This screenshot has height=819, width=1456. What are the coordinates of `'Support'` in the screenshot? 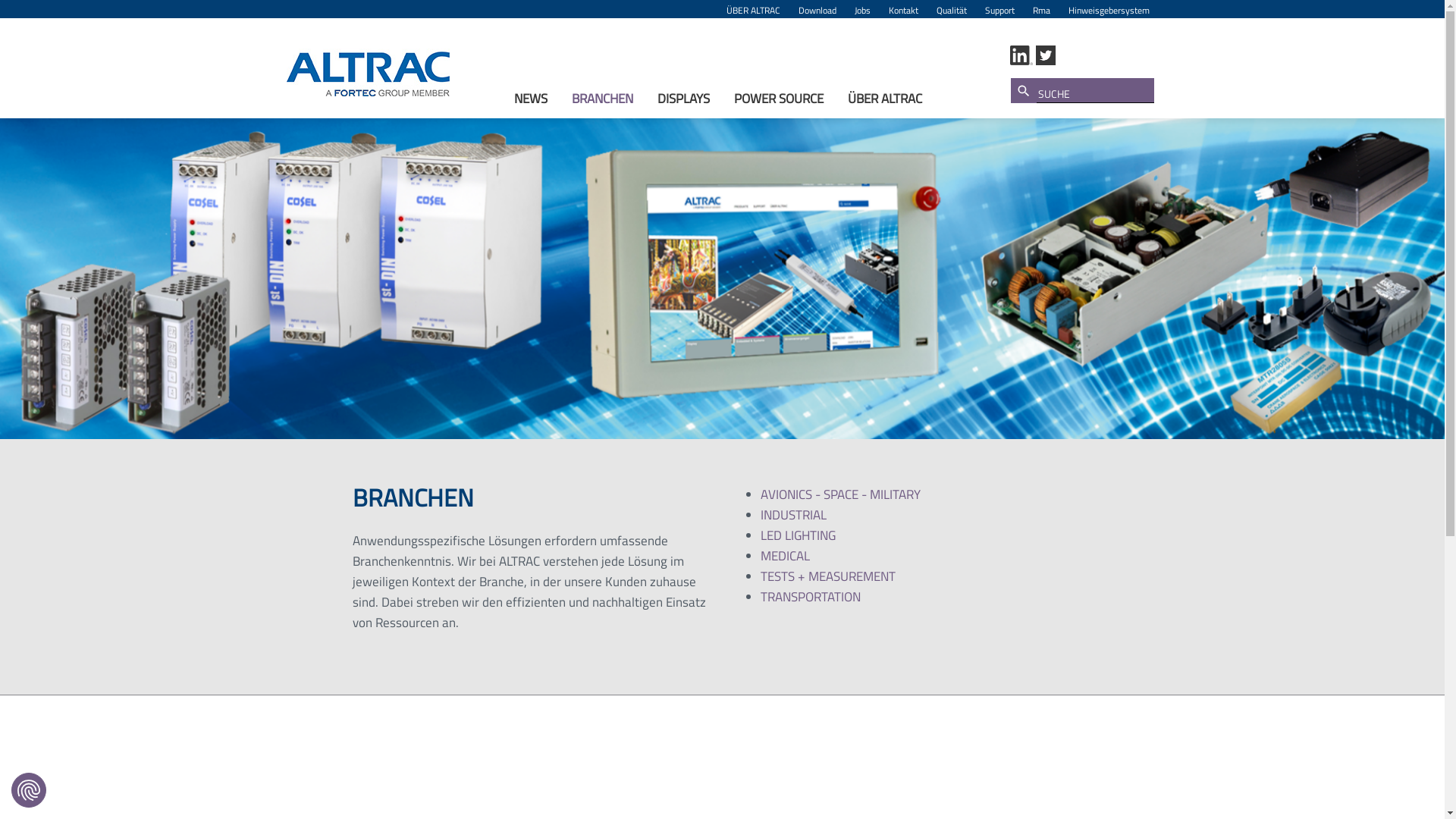 It's located at (975, 8).